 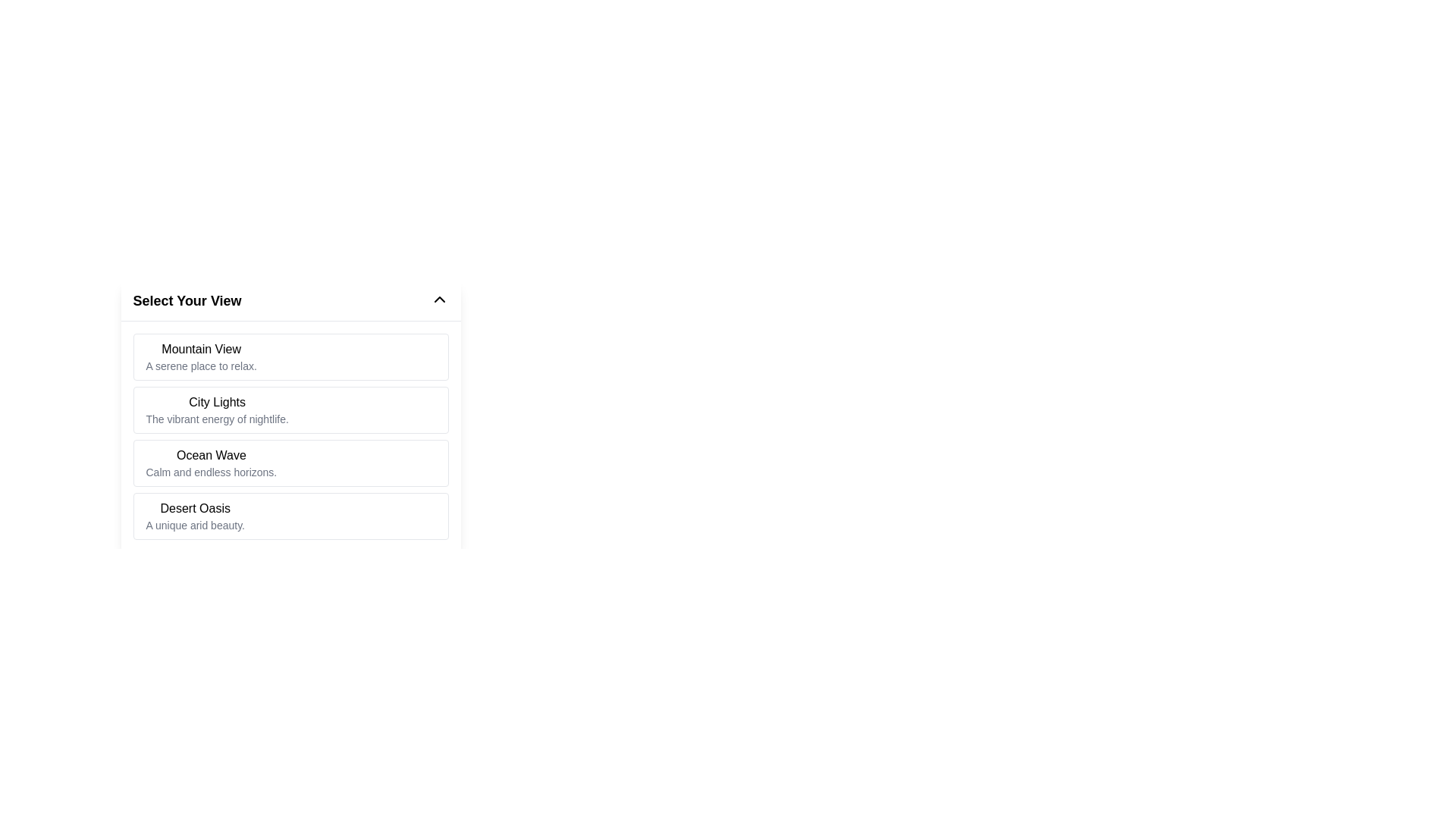 What do you see at coordinates (290, 390) in the screenshot?
I see `the 'City Lights' selectable card in the list under 'Select Your View'` at bounding box center [290, 390].